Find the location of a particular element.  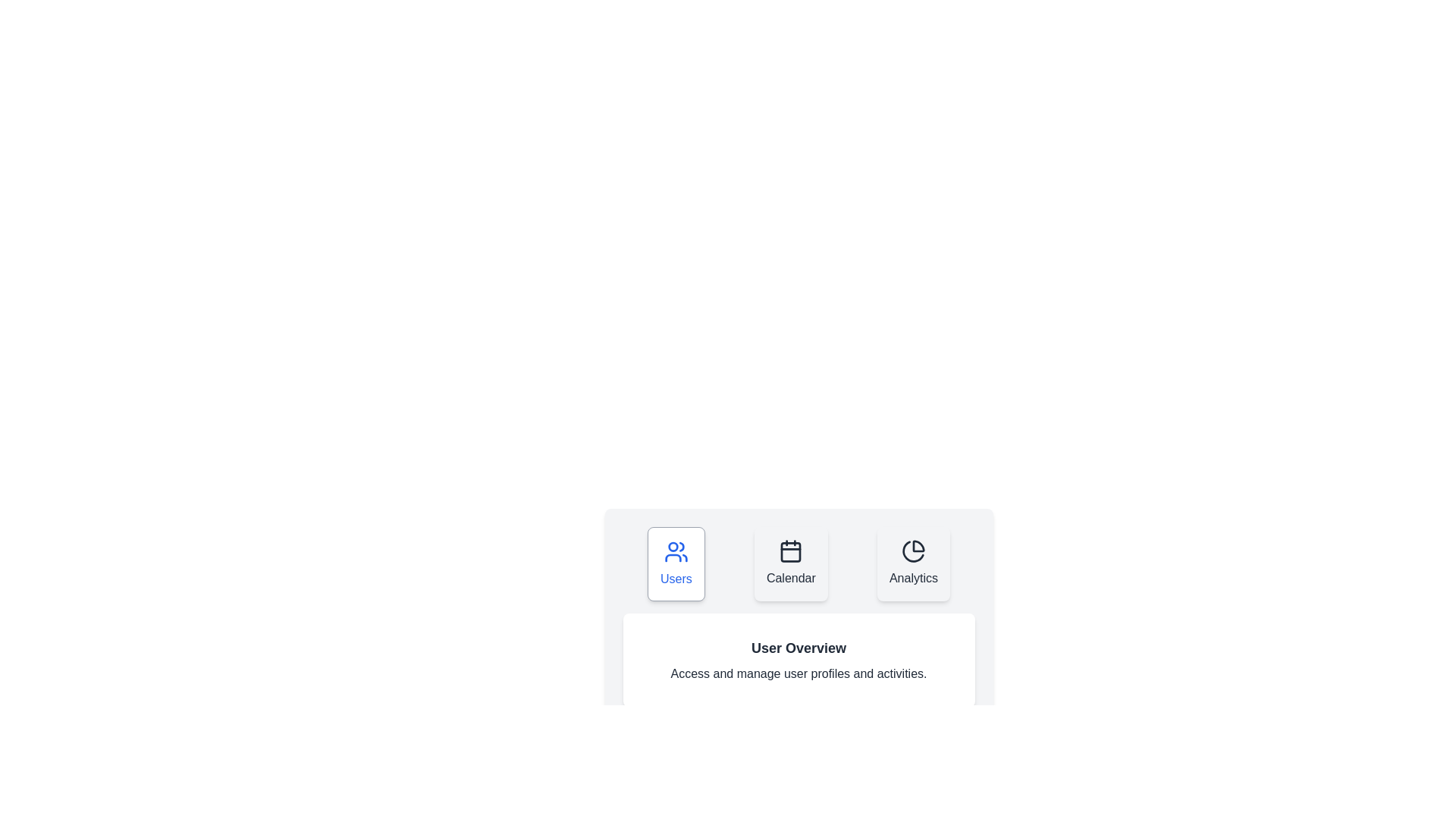

the text label that displays the word 'Users', styled in medium-weight blue font, located beneath the user icon in a button-like component is located at coordinates (675, 579).